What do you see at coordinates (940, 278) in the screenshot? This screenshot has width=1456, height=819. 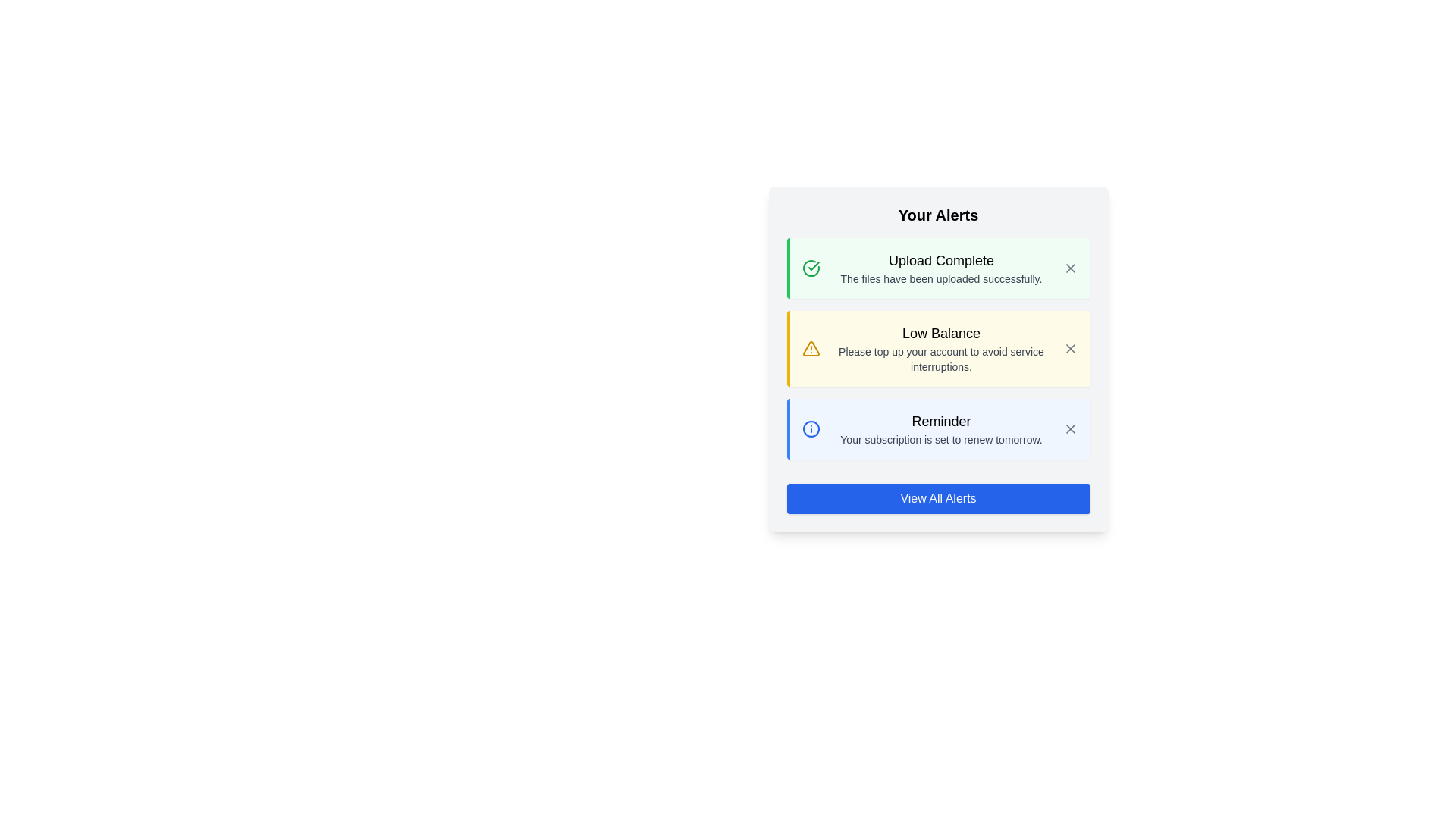 I see `the confirmation message Text label located in the notification card titled 'Upload Complete', positioned directly below the title in the alert summary panel` at bounding box center [940, 278].